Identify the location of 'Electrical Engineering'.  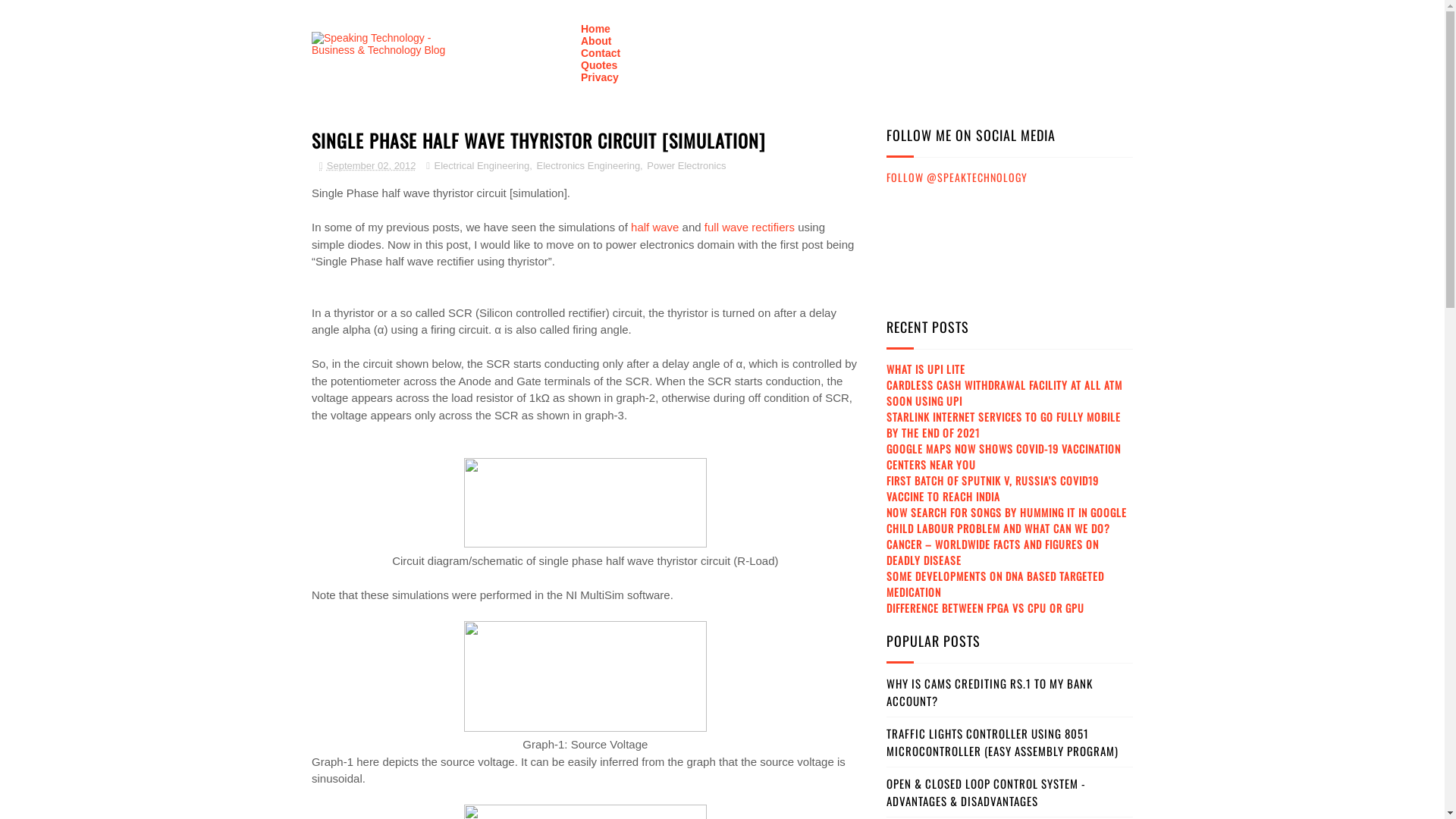
(480, 165).